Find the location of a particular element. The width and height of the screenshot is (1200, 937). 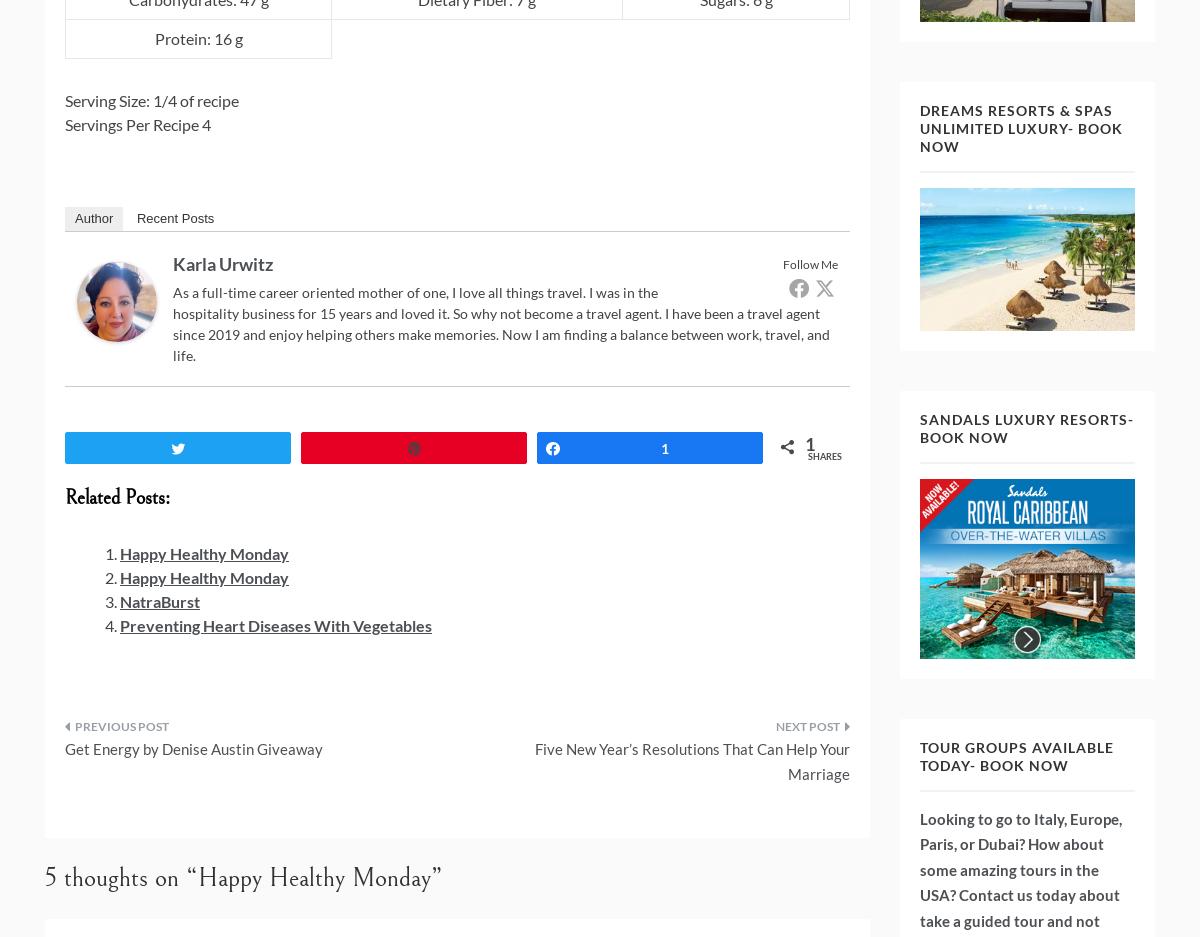

'Serving Size: 1/4 of recipe' is located at coordinates (151, 98).